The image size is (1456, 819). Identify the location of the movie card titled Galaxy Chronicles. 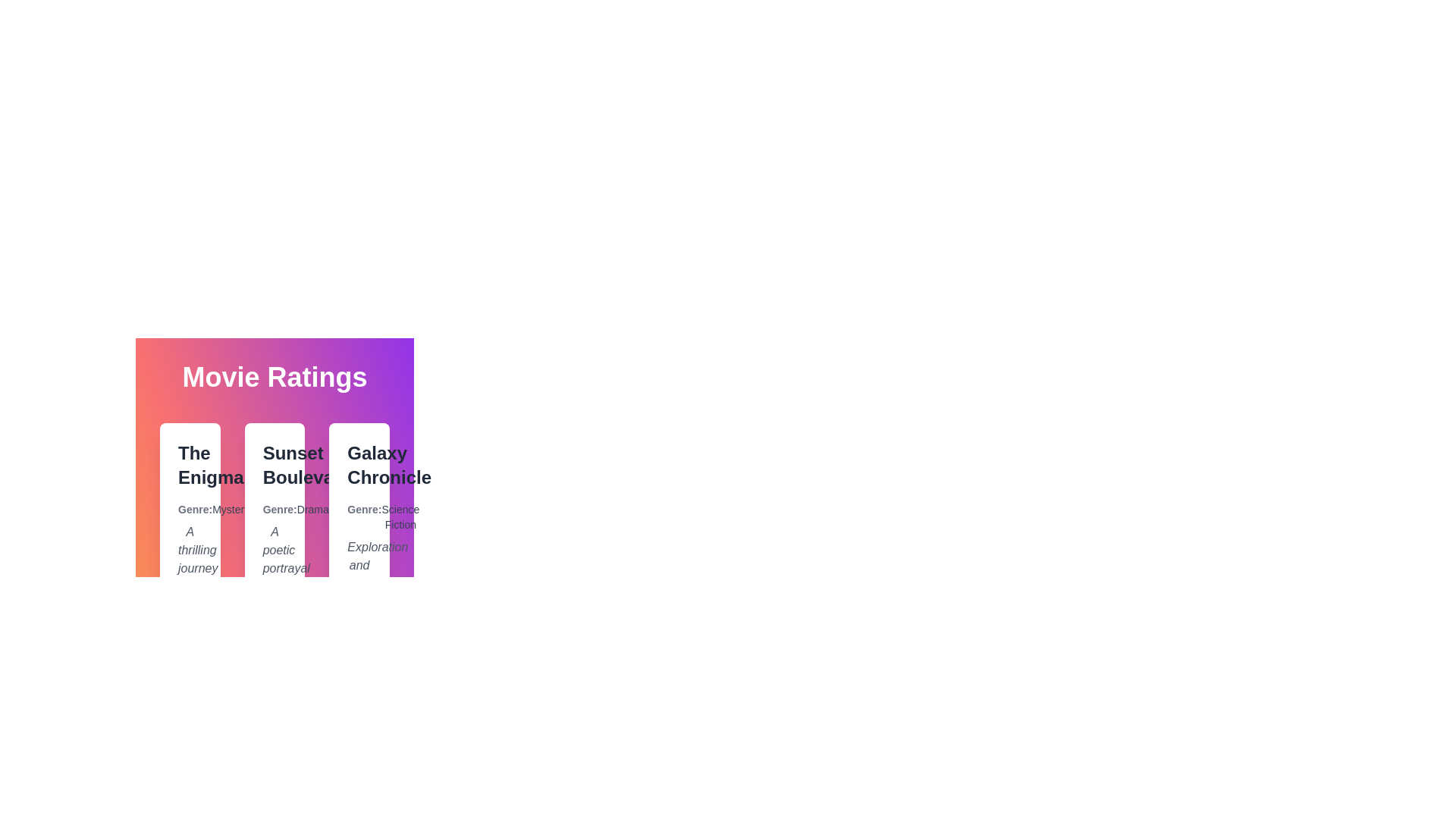
(359, 567).